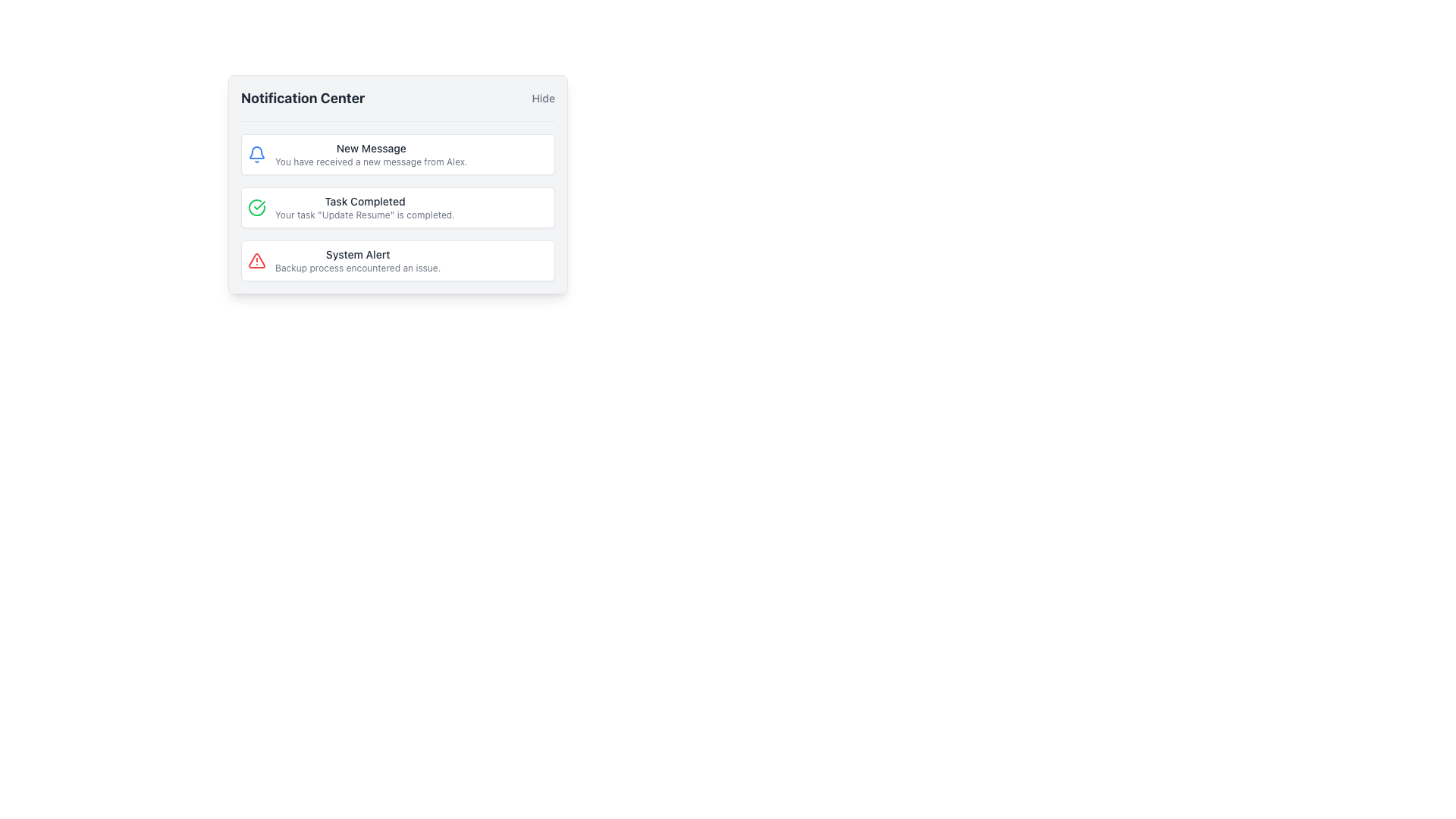  Describe the element at coordinates (257, 259) in the screenshot. I see `the warning icon located within the 'System Alert' notification in the Notification Center, which is the leftmost icon preceding the text content` at that location.